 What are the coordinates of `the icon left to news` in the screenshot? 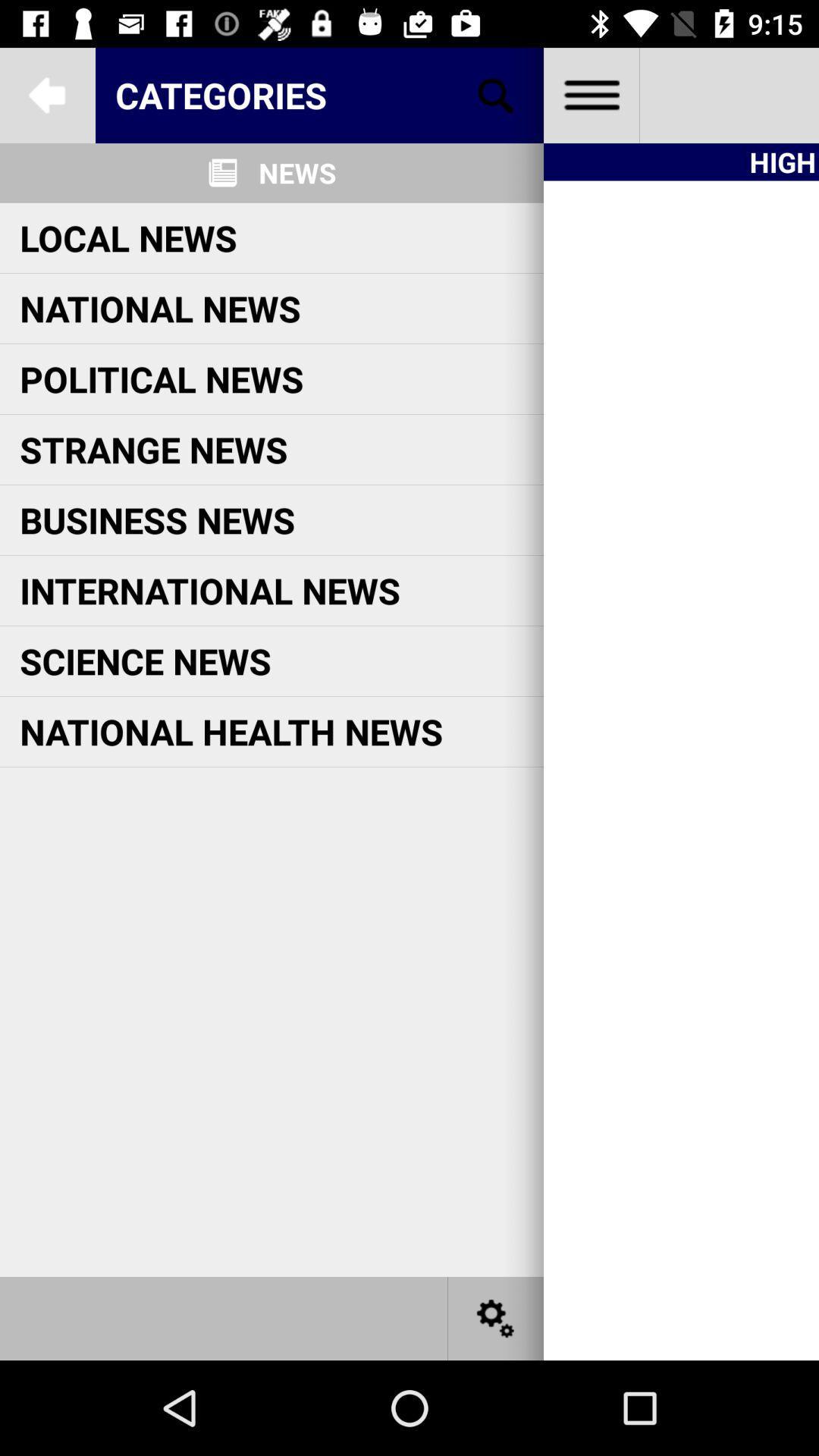 It's located at (222, 173).